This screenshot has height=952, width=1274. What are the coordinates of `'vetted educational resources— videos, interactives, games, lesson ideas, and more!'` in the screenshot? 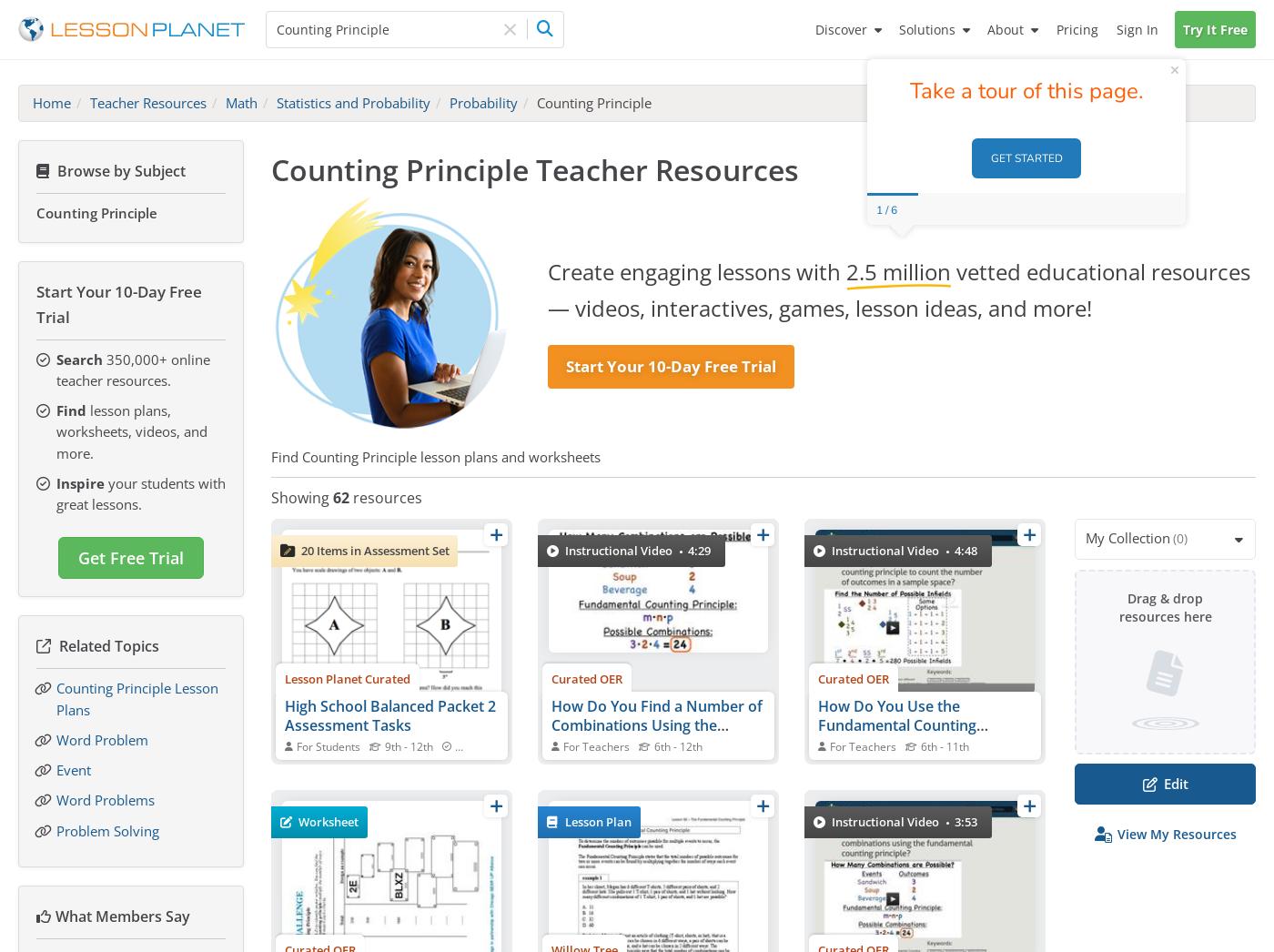 It's located at (898, 288).